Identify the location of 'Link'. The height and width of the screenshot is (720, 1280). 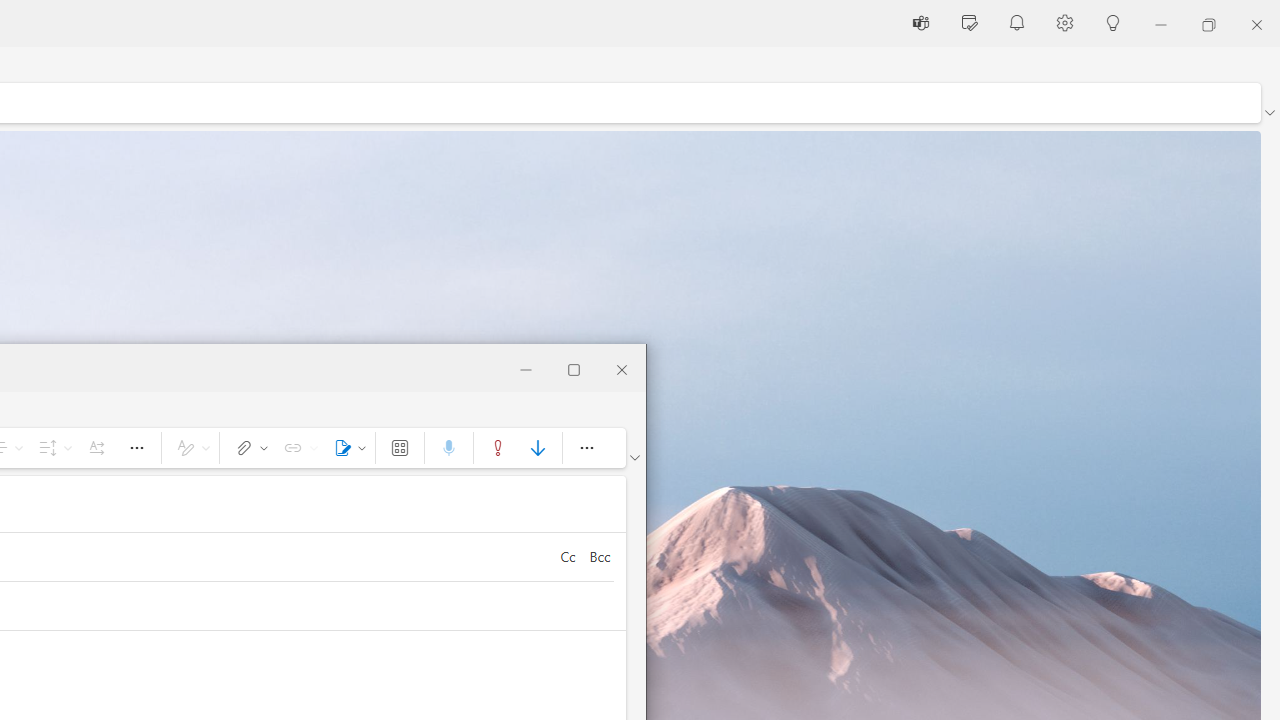
(296, 446).